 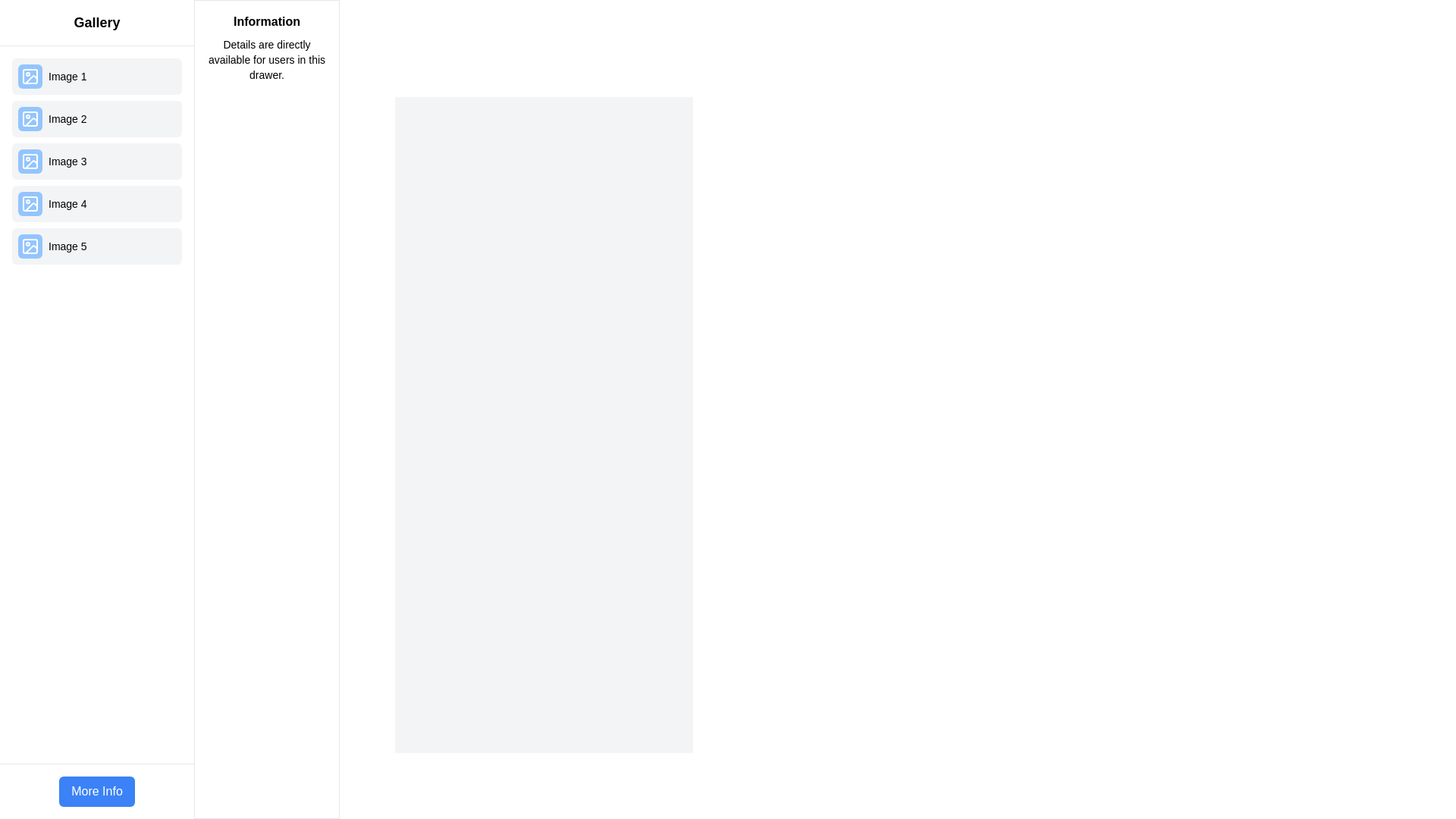 I want to click on the rectangular SVG element representing the icon of 'Image 4' in the gallery panel, which has a size of 18x18 pixels and is located in the left section of the interface, so click(x=30, y=203).